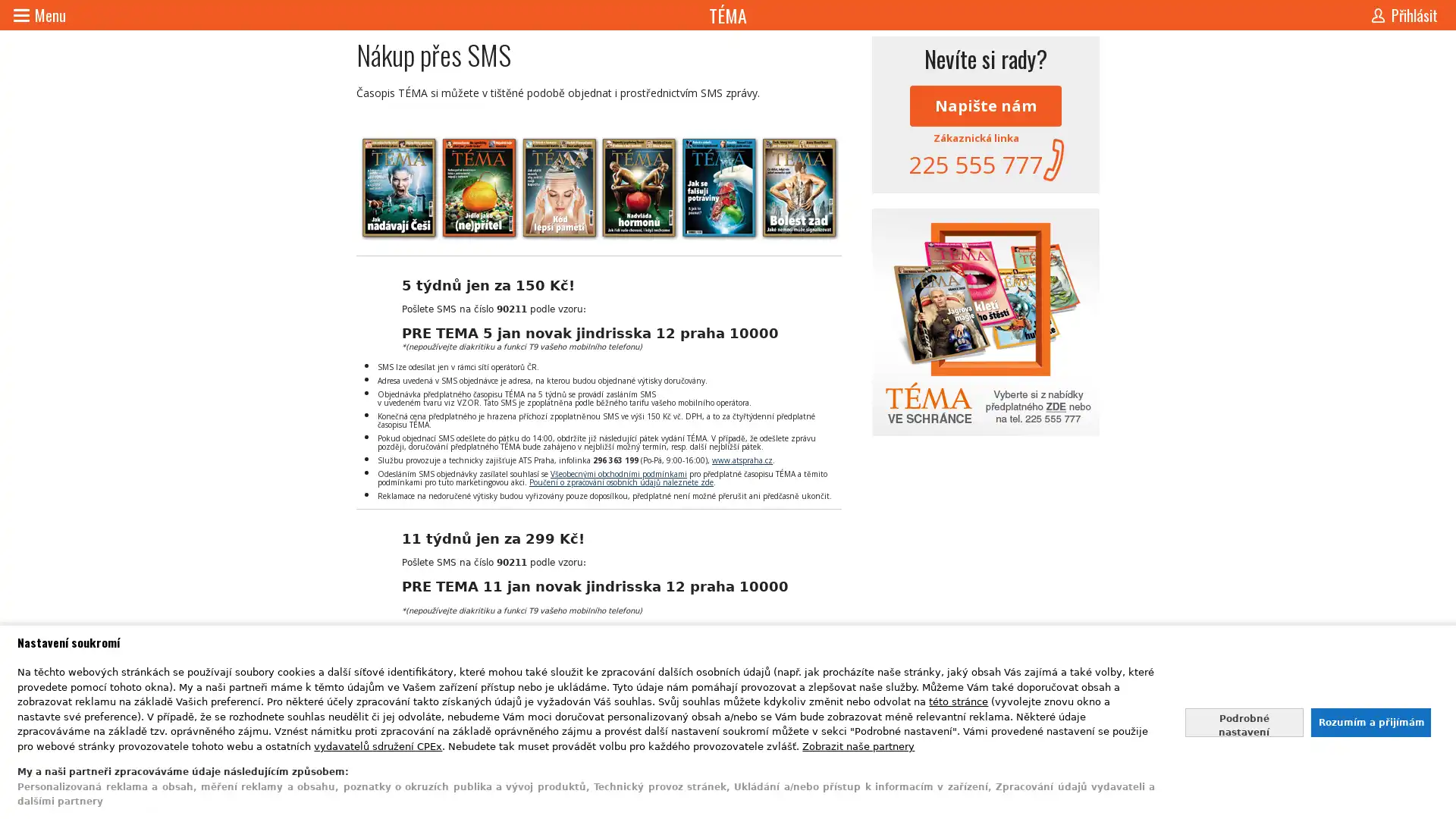 Image resolution: width=1456 pixels, height=819 pixels. Describe the element at coordinates (858, 745) in the screenshot. I see `Zobrazit nase partnery` at that location.